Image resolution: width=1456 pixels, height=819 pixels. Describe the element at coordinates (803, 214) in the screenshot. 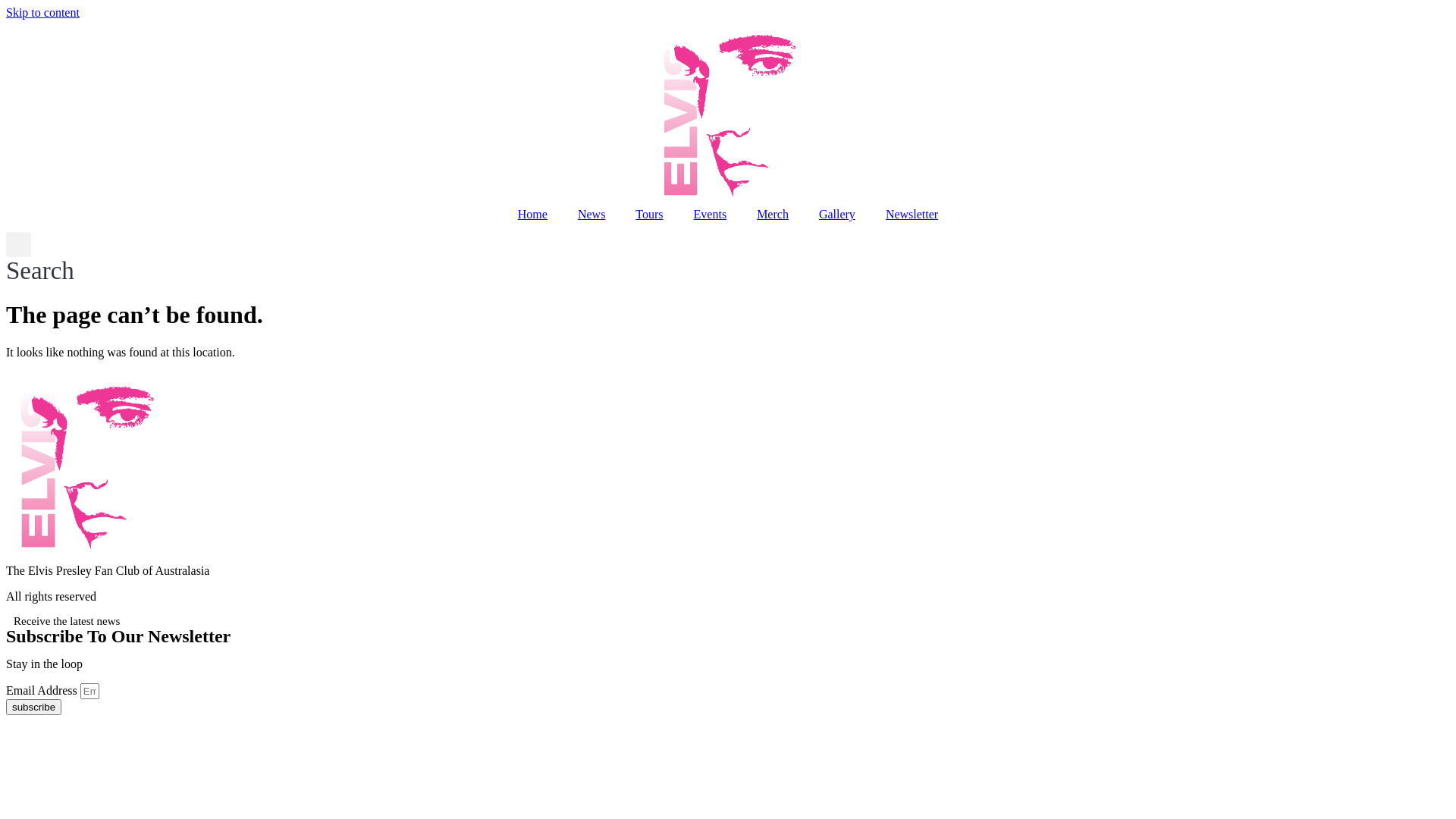

I see `'Gallery'` at that location.